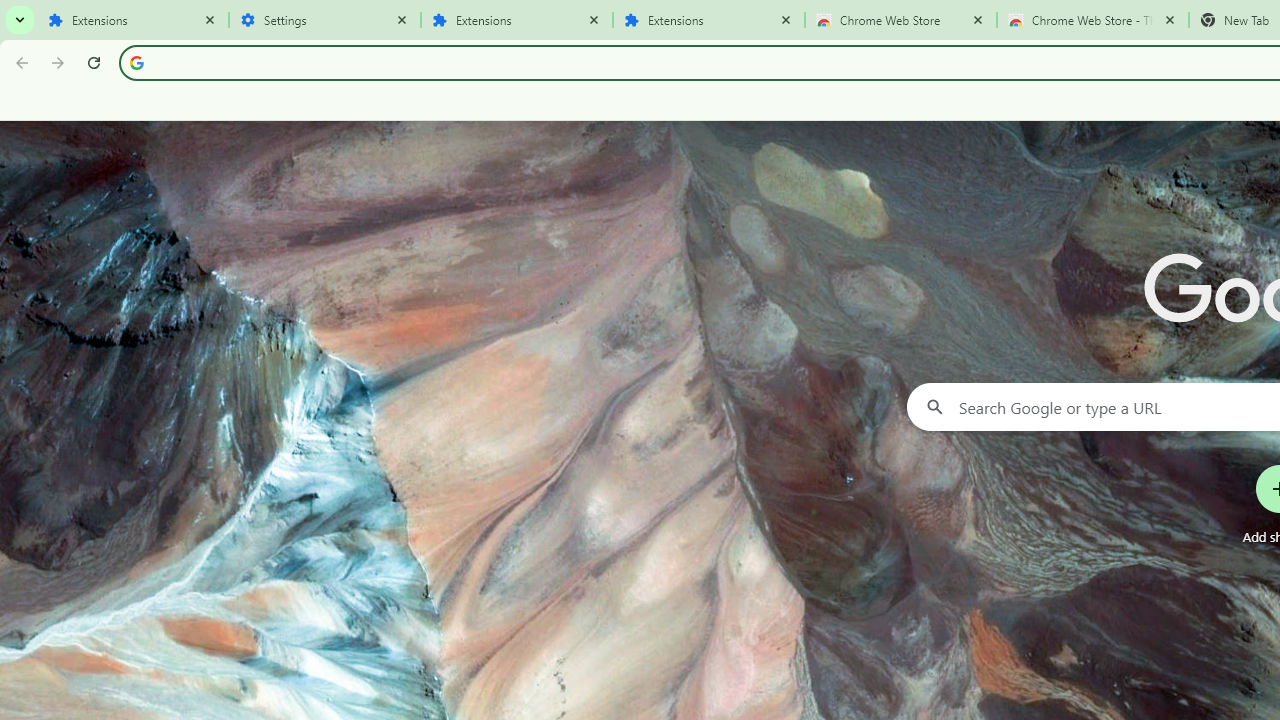 The image size is (1280, 720). Describe the element at coordinates (132, 20) in the screenshot. I see `'Extensions'` at that location.